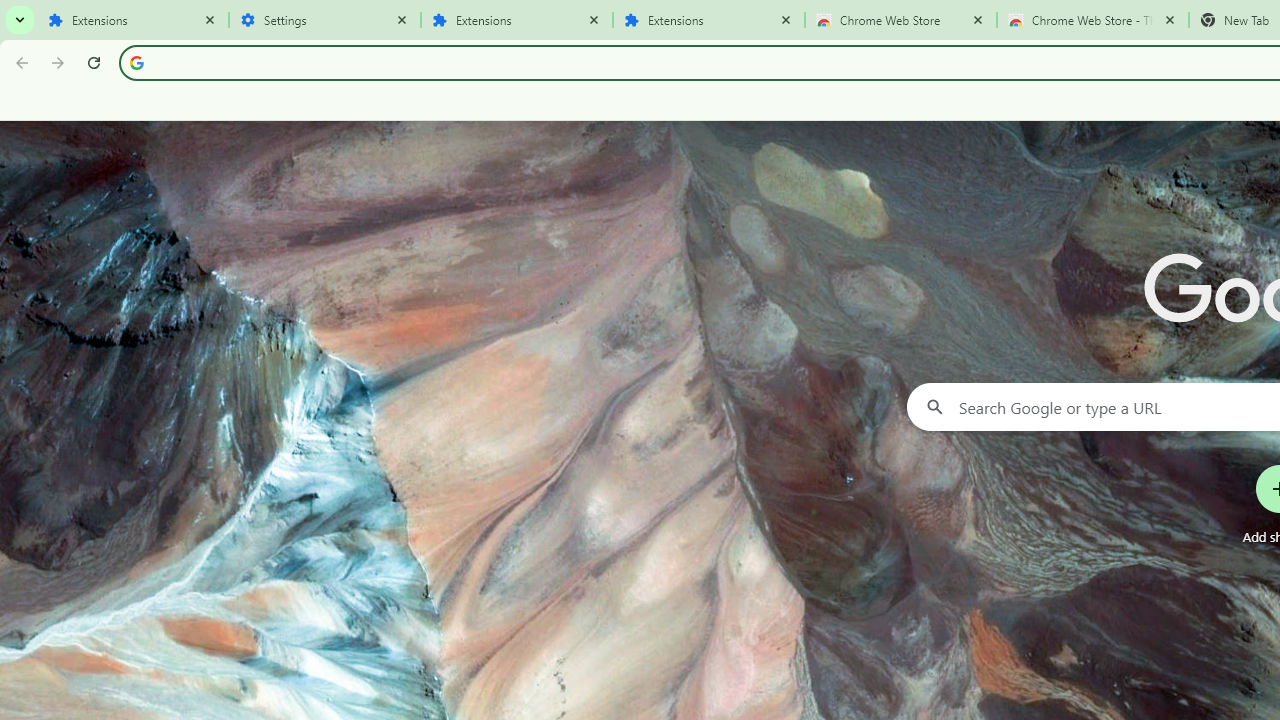 The image size is (1280, 720). Describe the element at coordinates (132, 20) in the screenshot. I see `'Extensions'` at that location.